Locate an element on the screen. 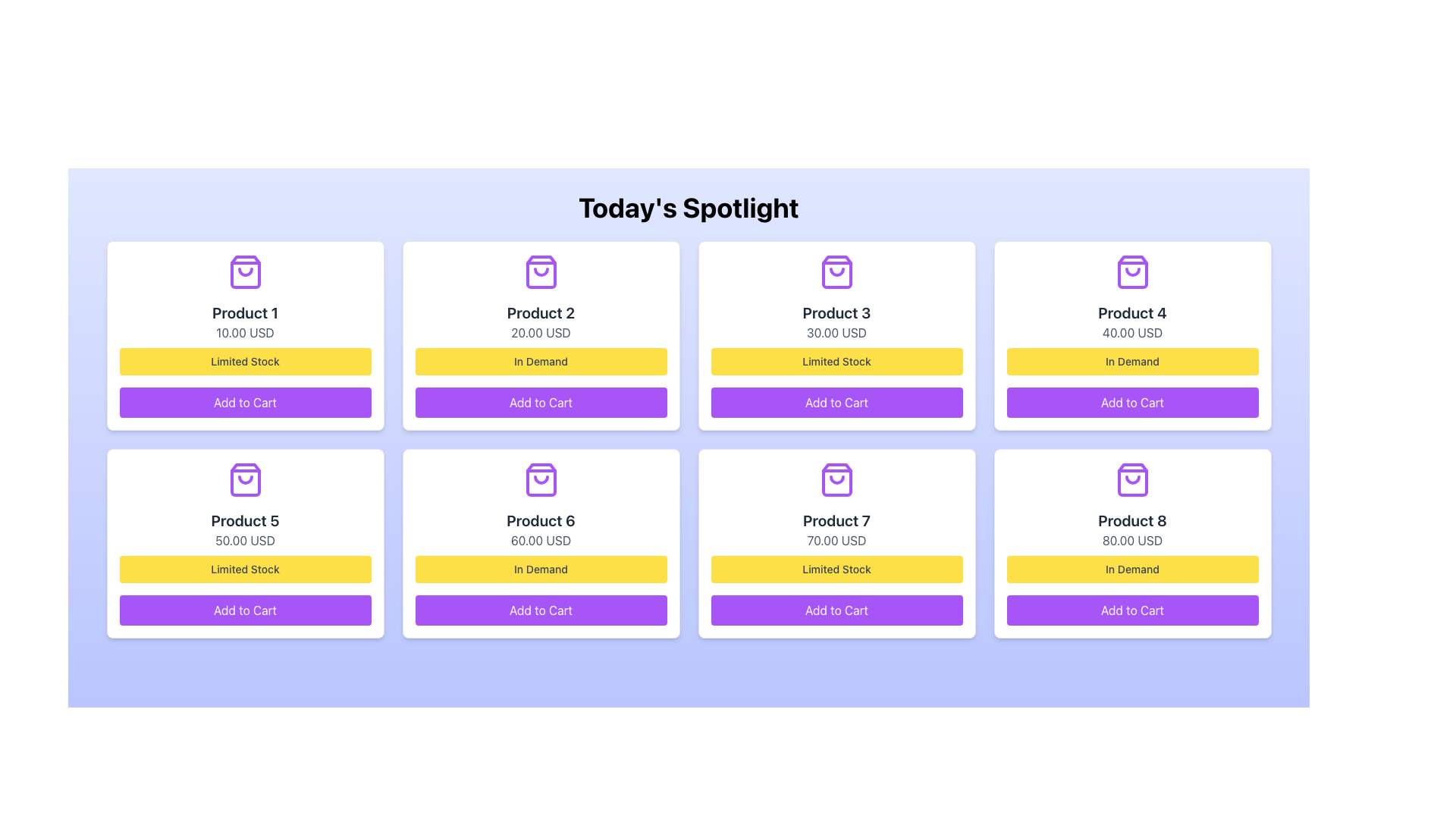 Image resolution: width=1456 pixels, height=819 pixels. the purple shopping bag icon located at the top center of the 'Product 1' card, positioned above the product title is located at coordinates (245, 271).